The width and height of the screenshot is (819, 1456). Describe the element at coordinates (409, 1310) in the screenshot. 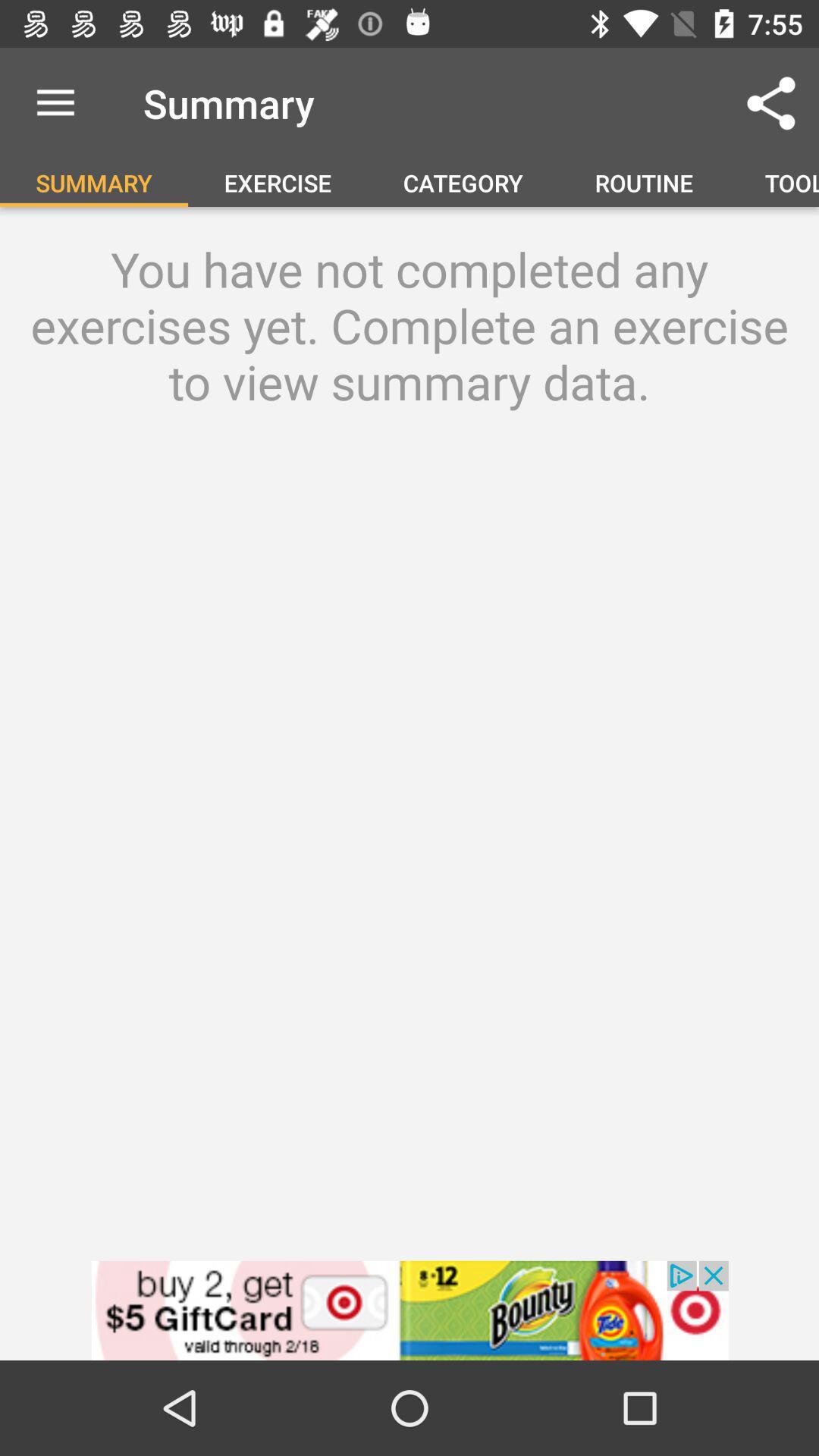

I see `advertisement` at that location.